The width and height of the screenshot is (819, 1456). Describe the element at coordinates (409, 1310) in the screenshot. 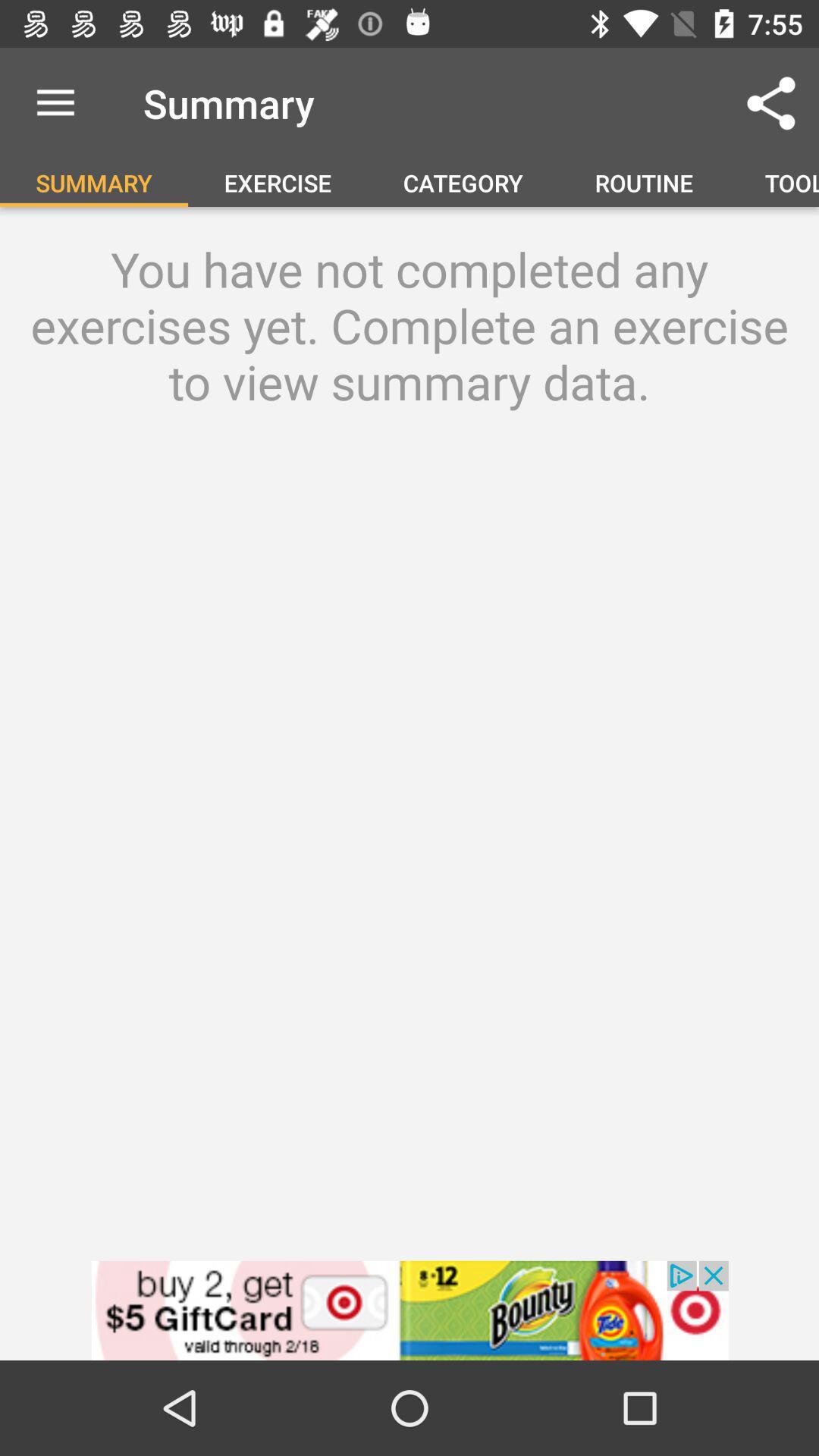

I see `advertisement` at that location.